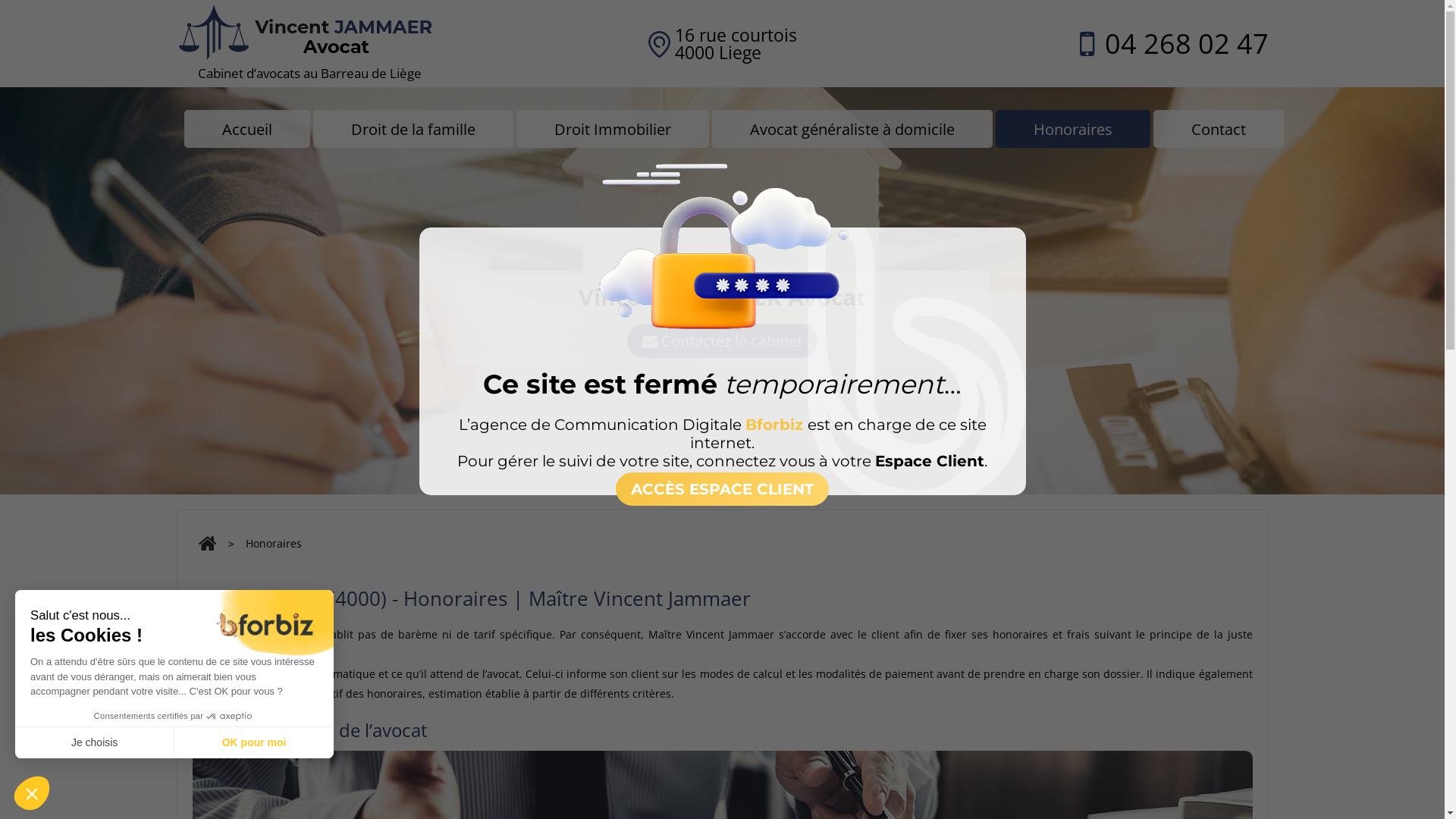  What do you see at coordinates (1218, 127) in the screenshot?
I see `'Contact'` at bounding box center [1218, 127].